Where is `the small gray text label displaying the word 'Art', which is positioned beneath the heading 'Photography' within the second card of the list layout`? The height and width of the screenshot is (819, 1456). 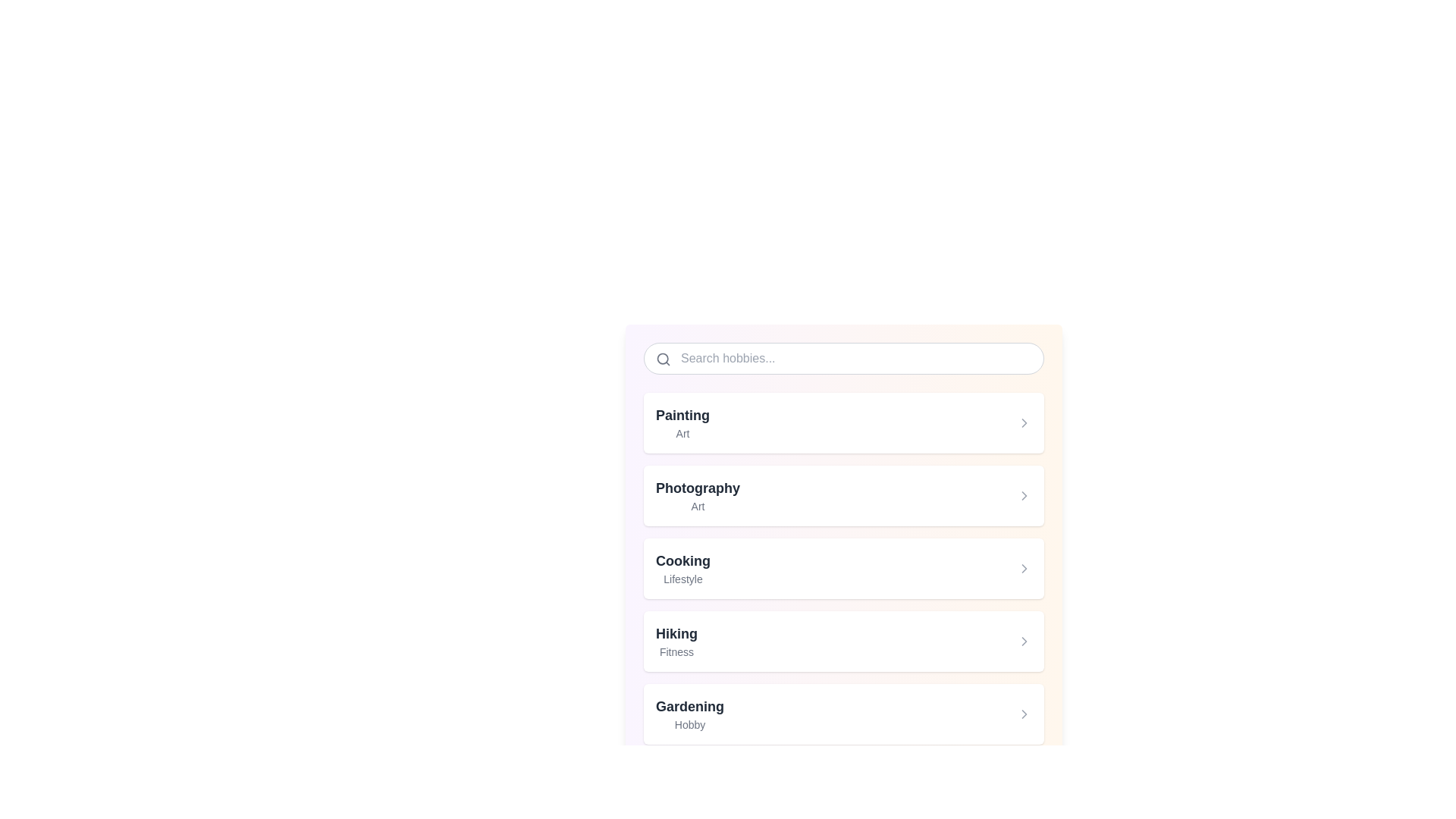 the small gray text label displaying the word 'Art', which is positioned beneath the heading 'Photography' within the second card of the list layout is located at coordinates (697, 506).